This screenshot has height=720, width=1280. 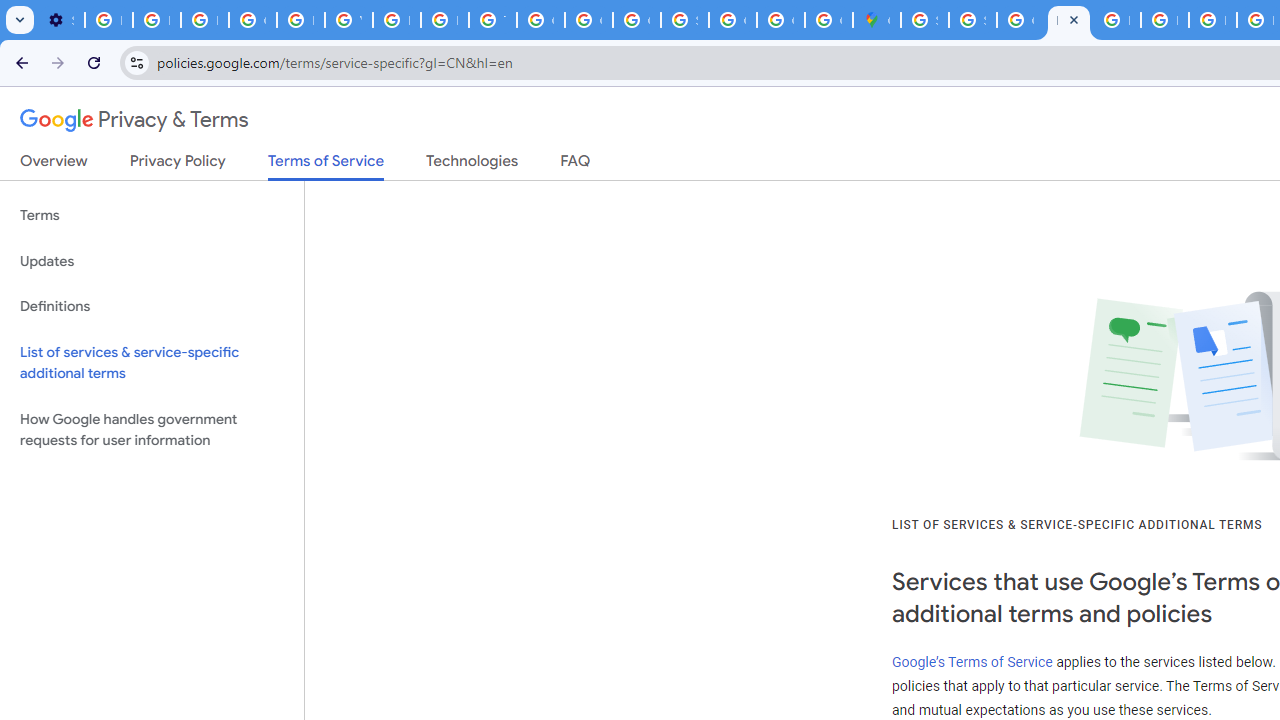 What do you see at coordinates (60, 20) in the screenshot?
I see `'Settings - Customize profile'` at bounding box center [60, 20].